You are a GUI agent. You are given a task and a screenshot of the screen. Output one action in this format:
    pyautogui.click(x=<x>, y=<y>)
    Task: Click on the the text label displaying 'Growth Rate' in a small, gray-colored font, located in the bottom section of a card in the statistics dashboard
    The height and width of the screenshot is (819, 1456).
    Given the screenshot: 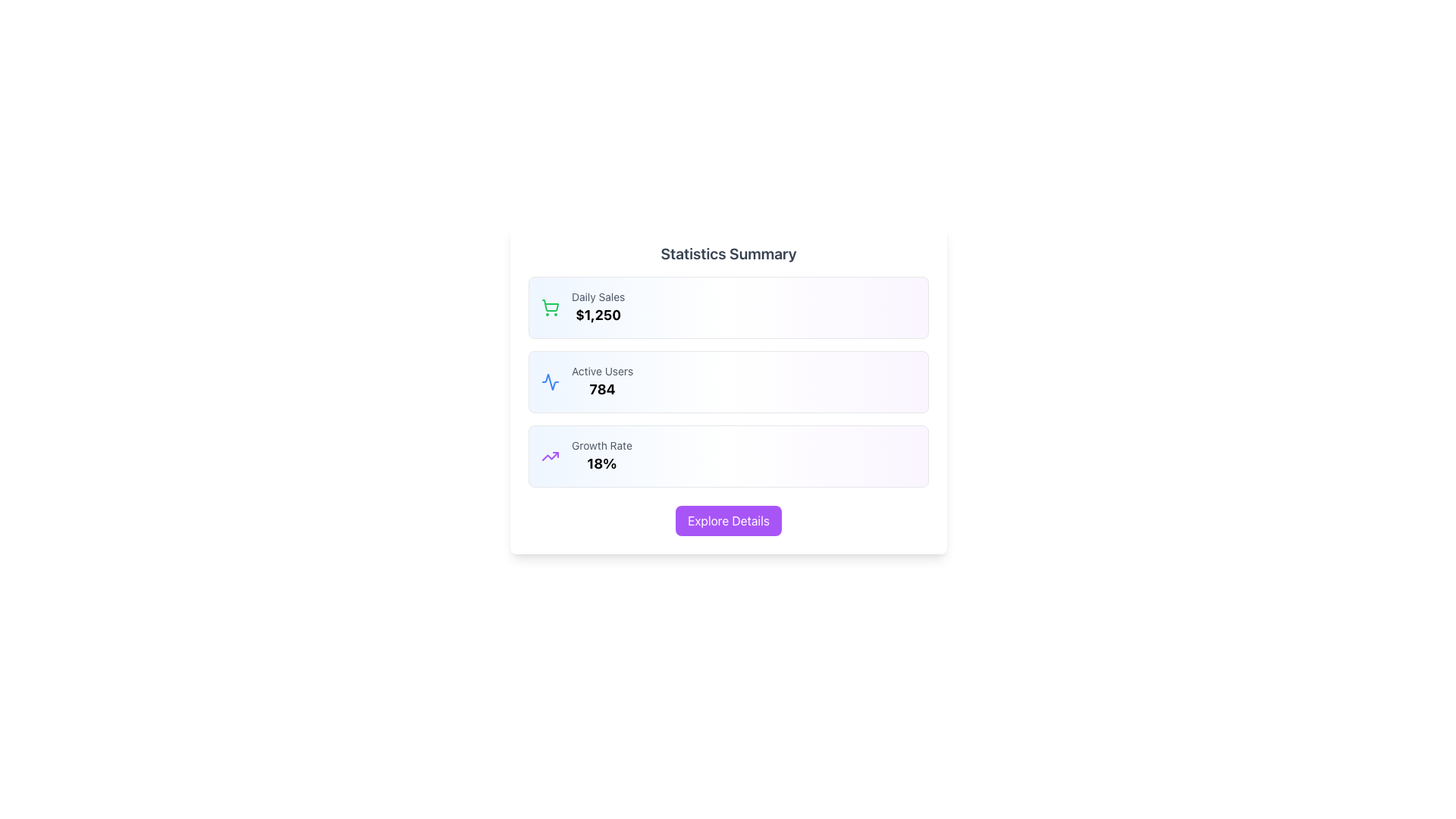 What is the action you would take?
    pyautogui.click(x=601, y=444)
    